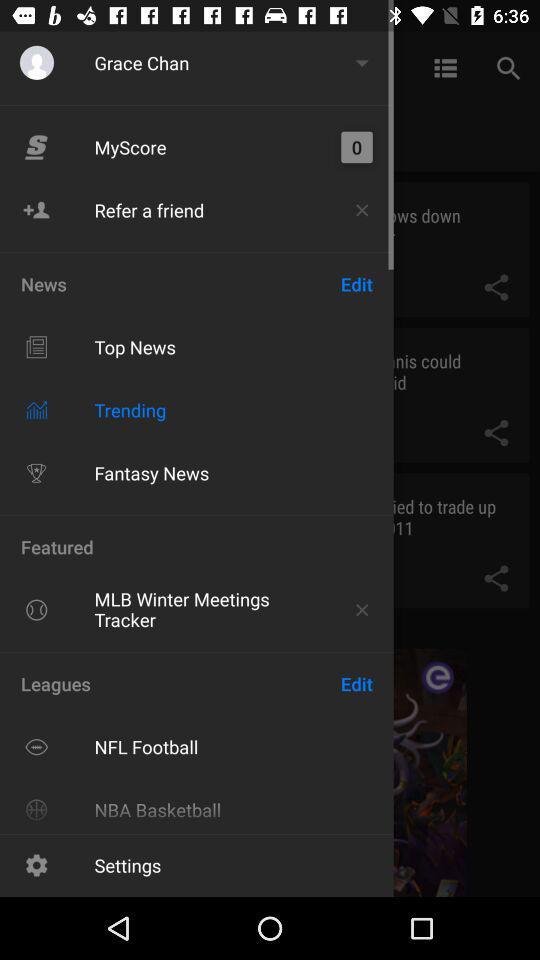  I want to click on share option in first row, so click(495, 286).